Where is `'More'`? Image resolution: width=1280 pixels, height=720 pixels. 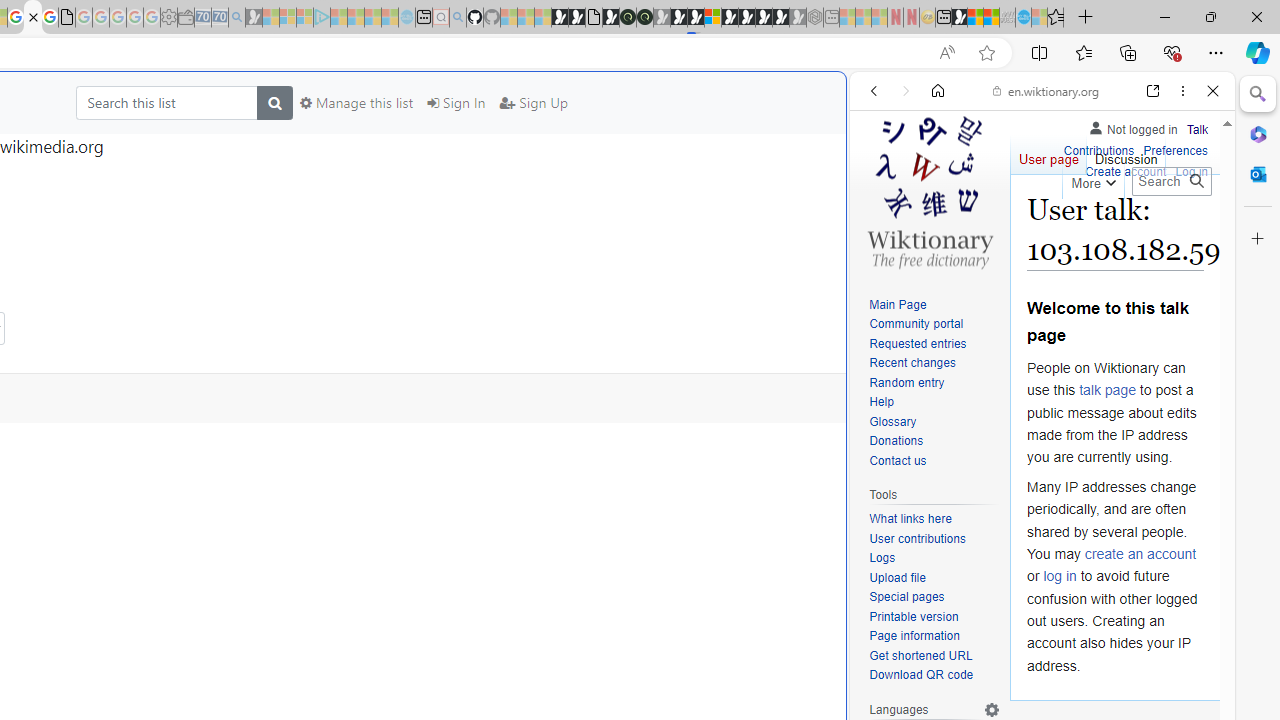 'More' is located at coordinates (1092, 178).